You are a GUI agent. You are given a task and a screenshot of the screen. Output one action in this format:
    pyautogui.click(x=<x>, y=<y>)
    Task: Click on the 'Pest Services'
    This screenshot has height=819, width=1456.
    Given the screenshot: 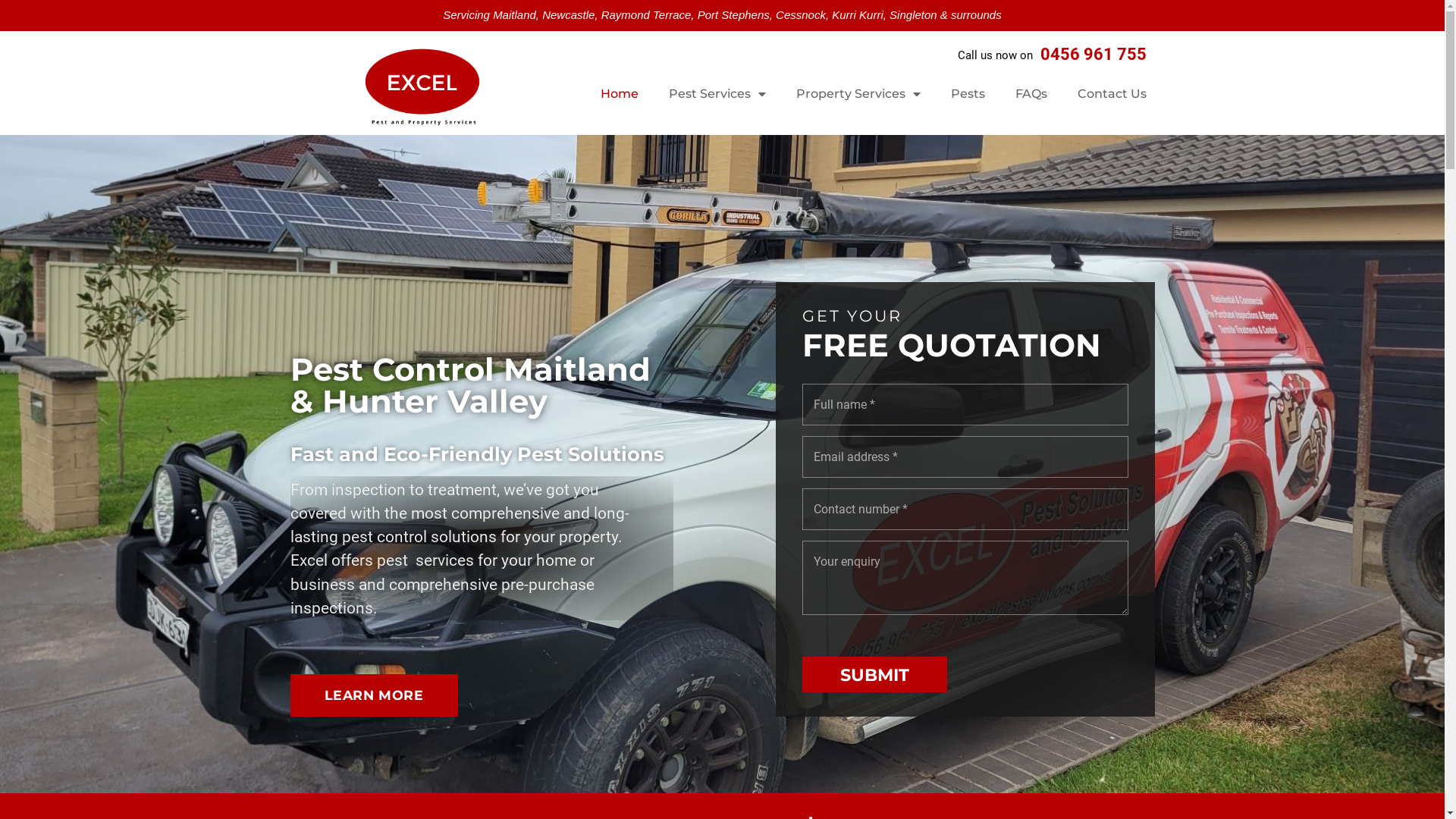 What is the action you would take?
    pyautogui.click(x=716, y=93)
    